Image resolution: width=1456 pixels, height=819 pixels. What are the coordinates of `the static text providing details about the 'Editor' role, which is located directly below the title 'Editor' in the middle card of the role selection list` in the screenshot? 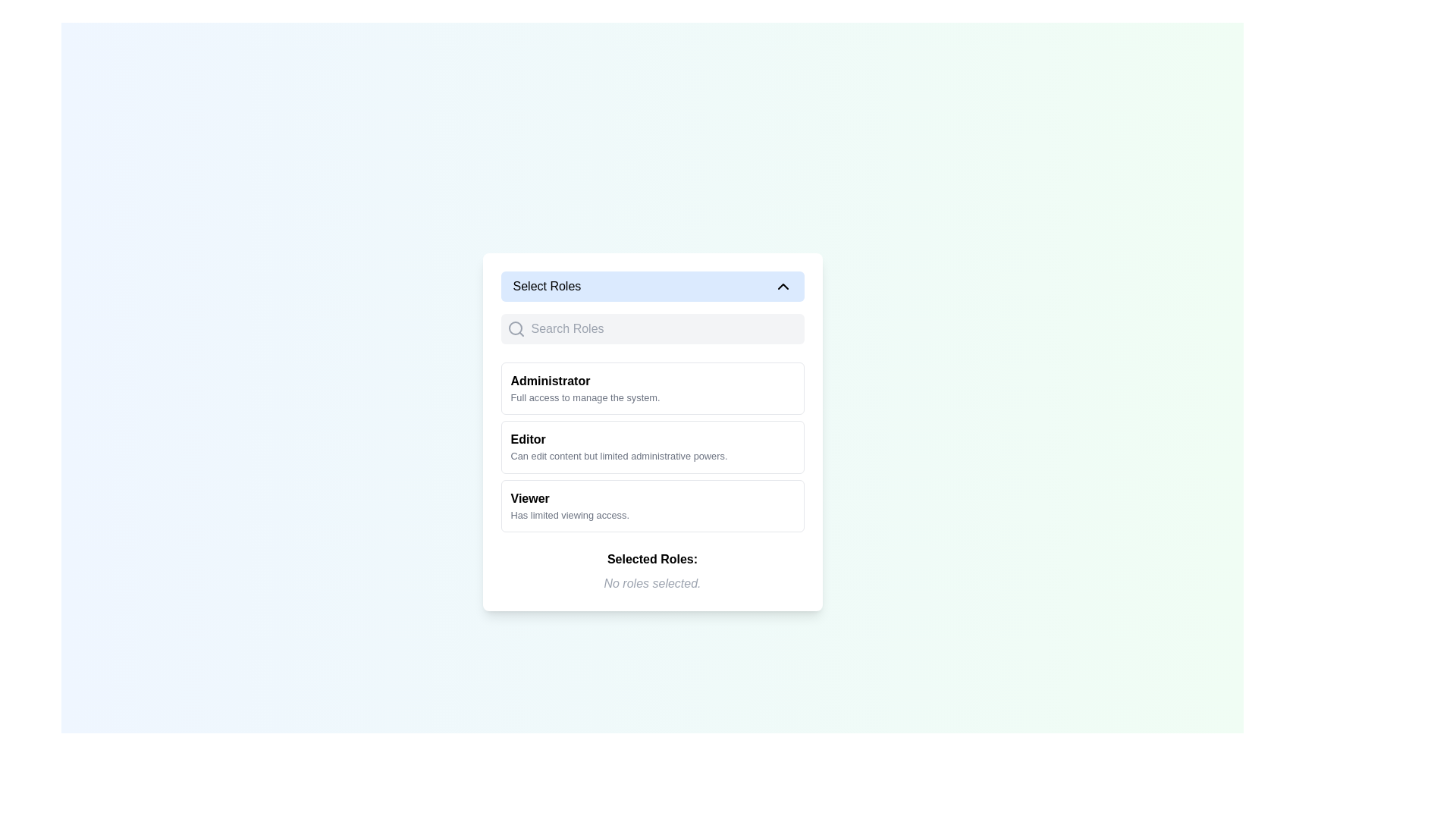 It's located at (619, 455).